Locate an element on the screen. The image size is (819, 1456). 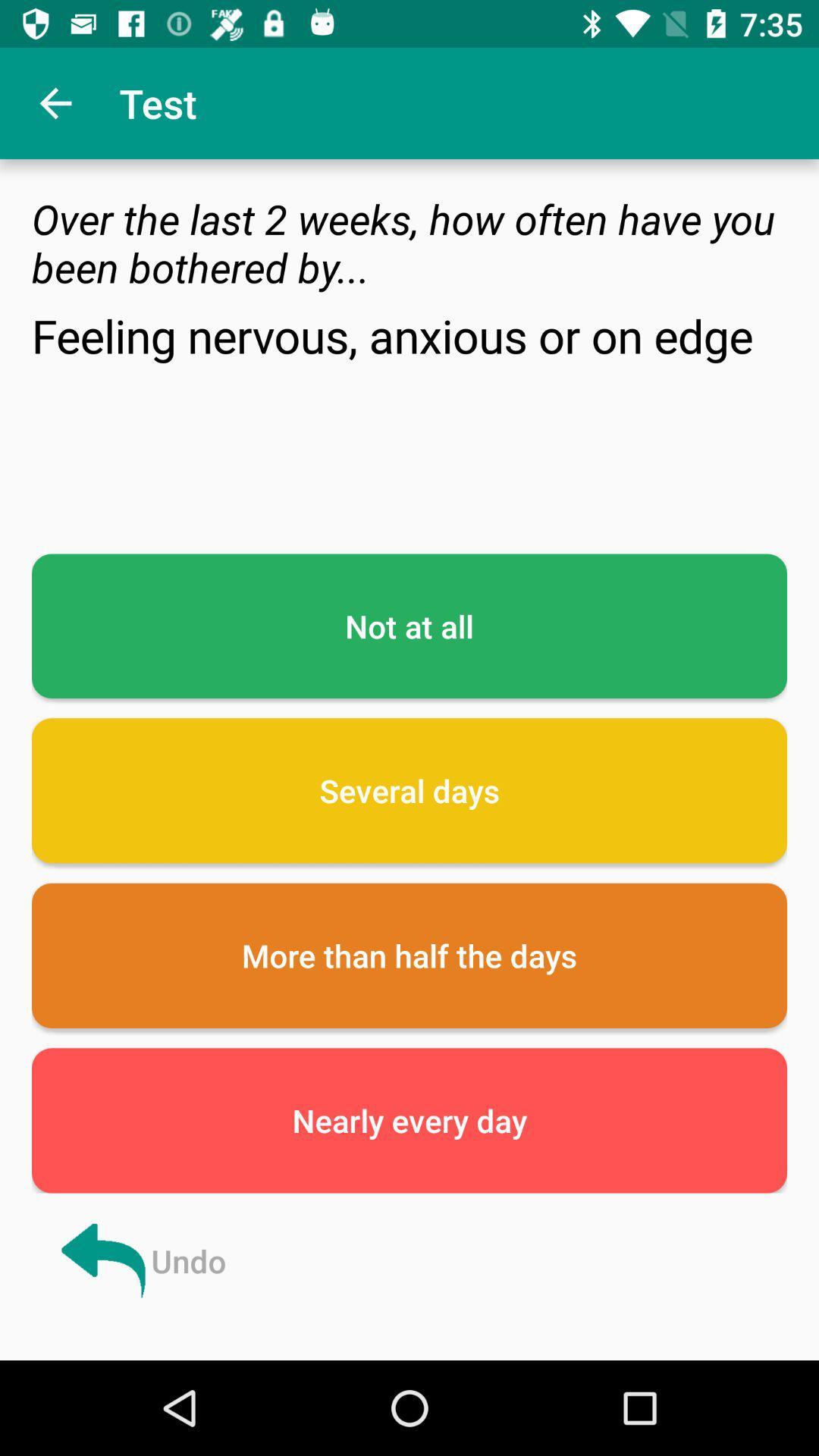
the item above the several days item is located at coordinates (409, 626).